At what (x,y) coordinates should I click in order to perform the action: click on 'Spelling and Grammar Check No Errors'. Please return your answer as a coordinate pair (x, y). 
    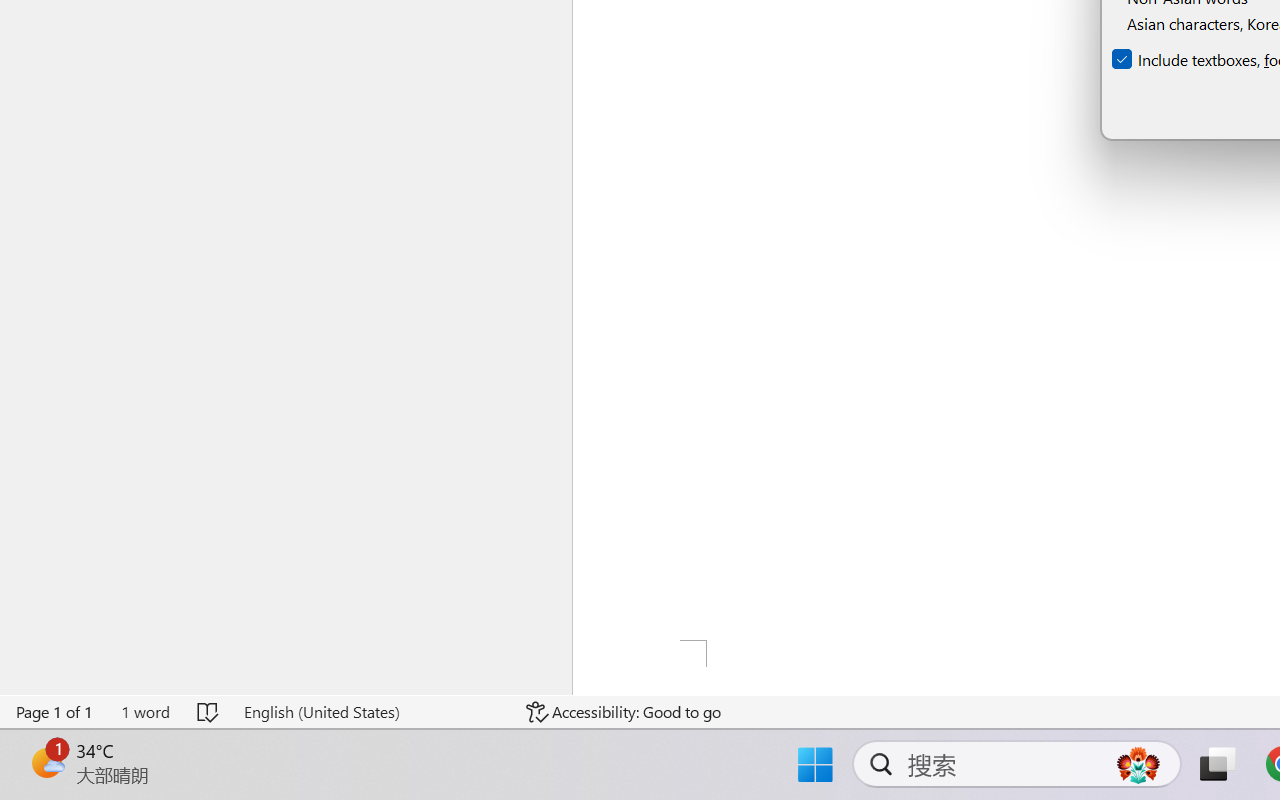
    Looking at the image, I should click on (209, 711).